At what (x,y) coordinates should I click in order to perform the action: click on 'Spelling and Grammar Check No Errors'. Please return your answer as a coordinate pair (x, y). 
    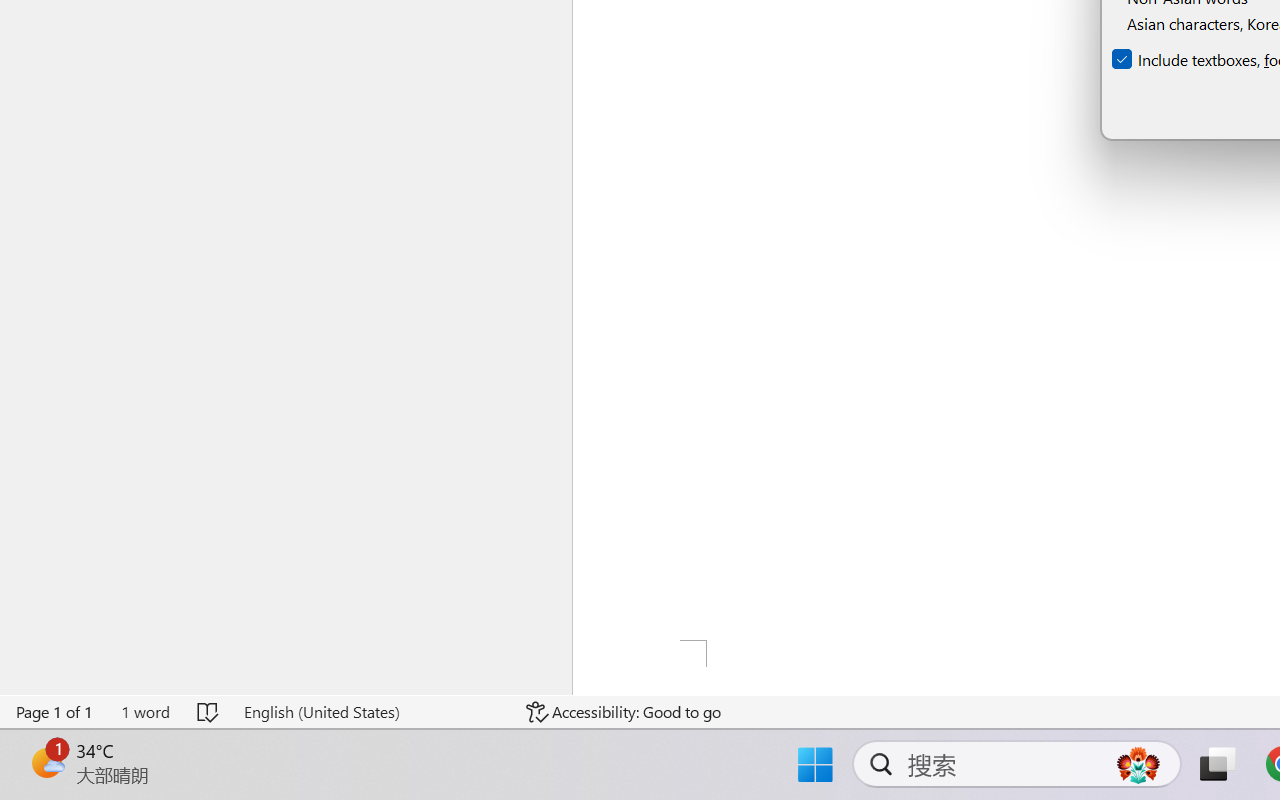
    Looking at the image, I should click on (209, 711).